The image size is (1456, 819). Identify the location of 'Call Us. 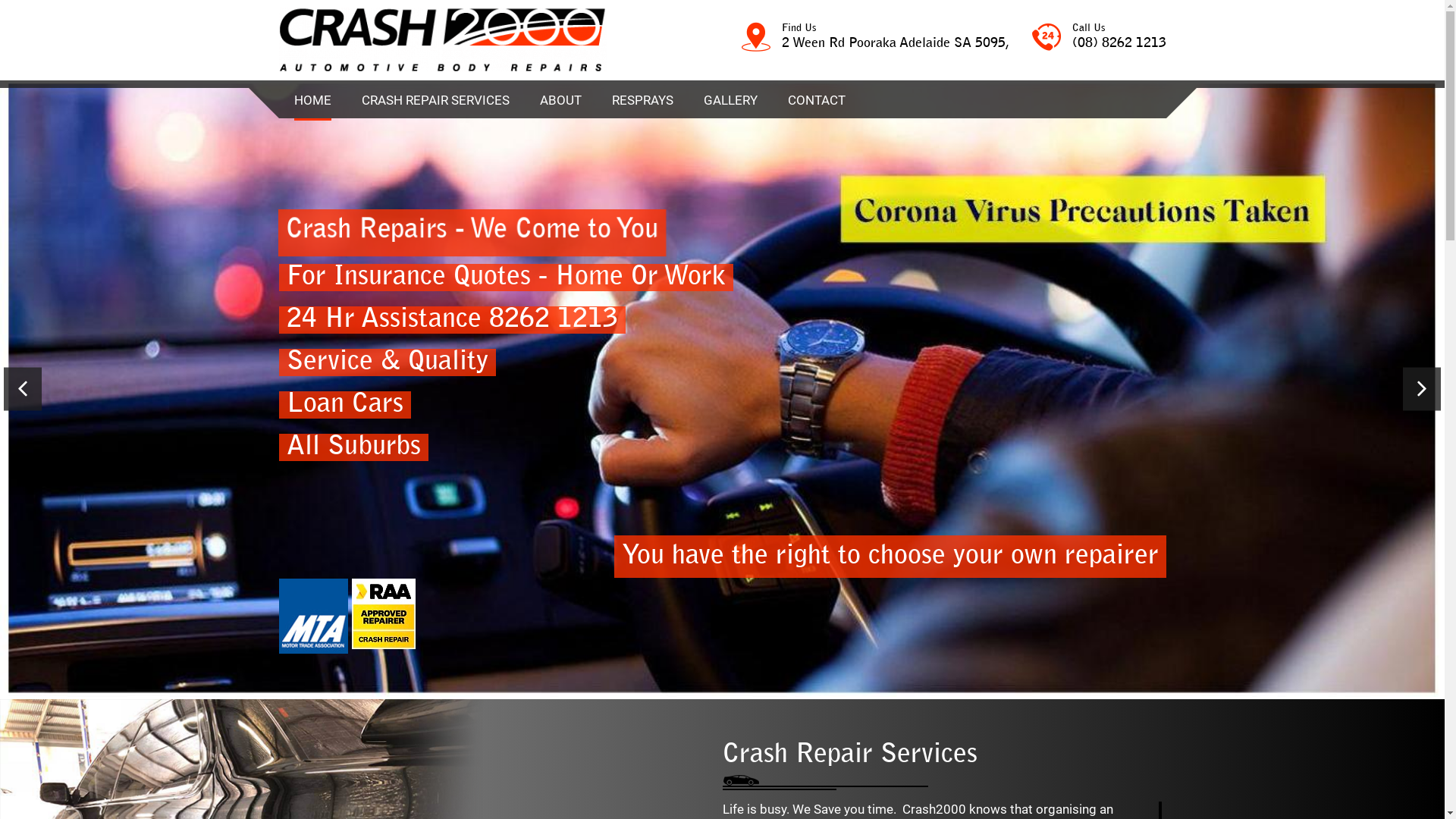
(1098, 37).